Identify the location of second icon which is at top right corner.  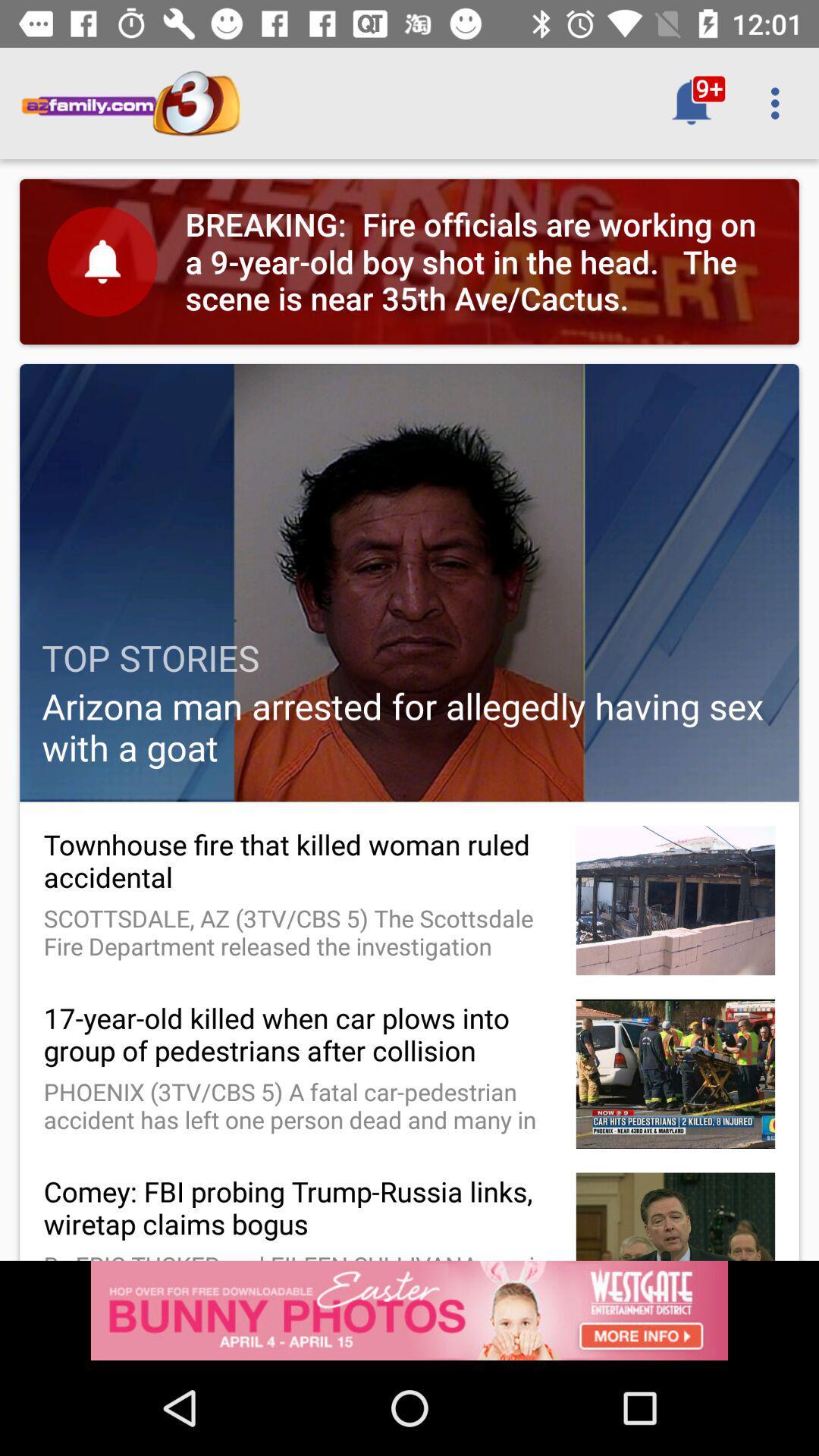
(779, 103).